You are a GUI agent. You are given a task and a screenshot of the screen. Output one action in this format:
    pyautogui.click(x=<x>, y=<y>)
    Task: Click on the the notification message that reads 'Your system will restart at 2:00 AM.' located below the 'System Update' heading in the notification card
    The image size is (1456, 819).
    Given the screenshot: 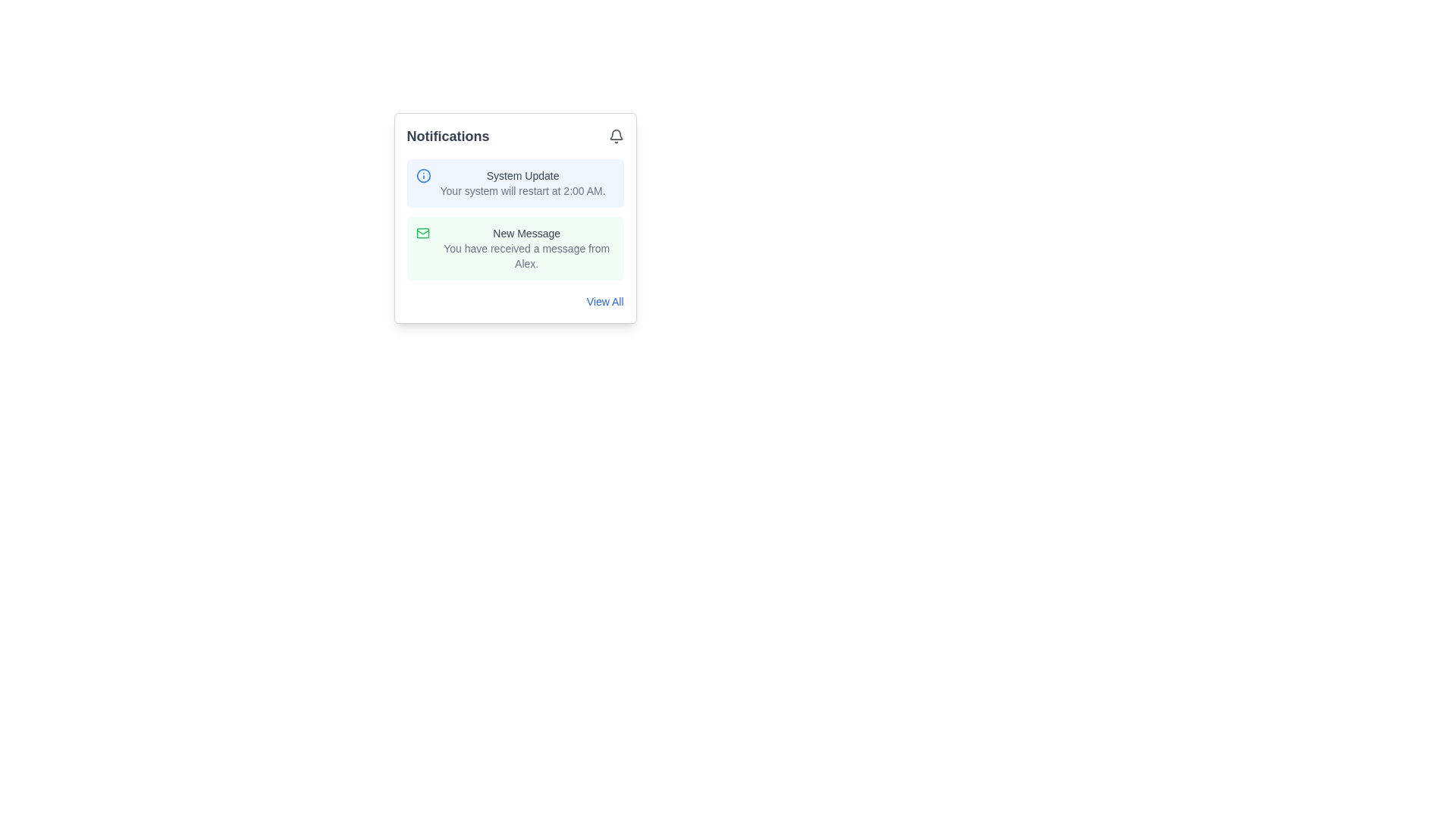 What is the action you would take?
    pyautogui.click(x=522, y=190)
    